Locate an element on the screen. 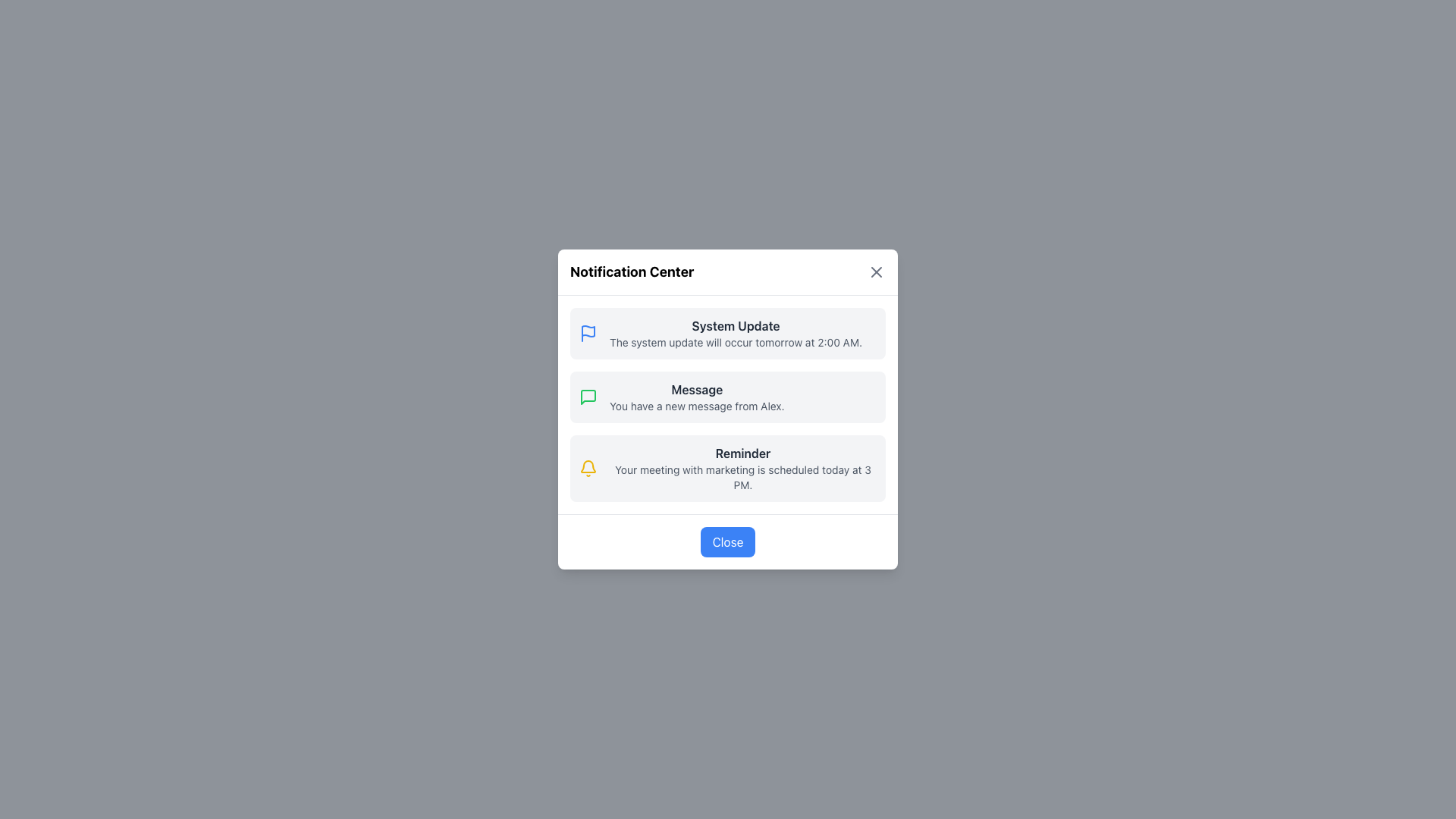  the third Informational Notification Card titled 'Reminder' in the Notification Center is located at coordinates (728, 467).